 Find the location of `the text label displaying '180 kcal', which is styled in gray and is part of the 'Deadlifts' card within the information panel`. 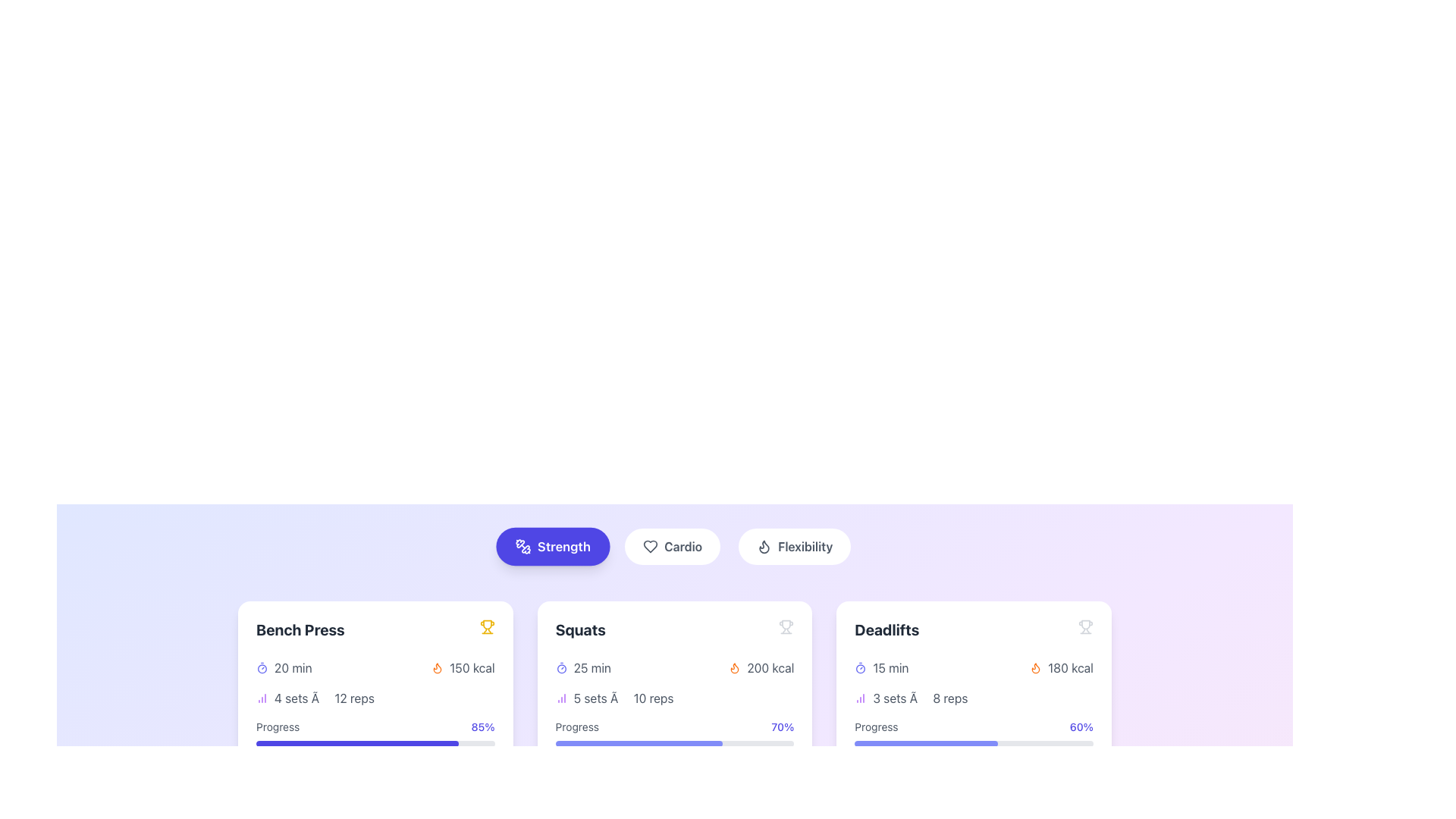

the text label displaying '180 kcal', which is styled in gray and is part of the 'Deadlifts' card within the information panel is located at coordinates (1069, 667).